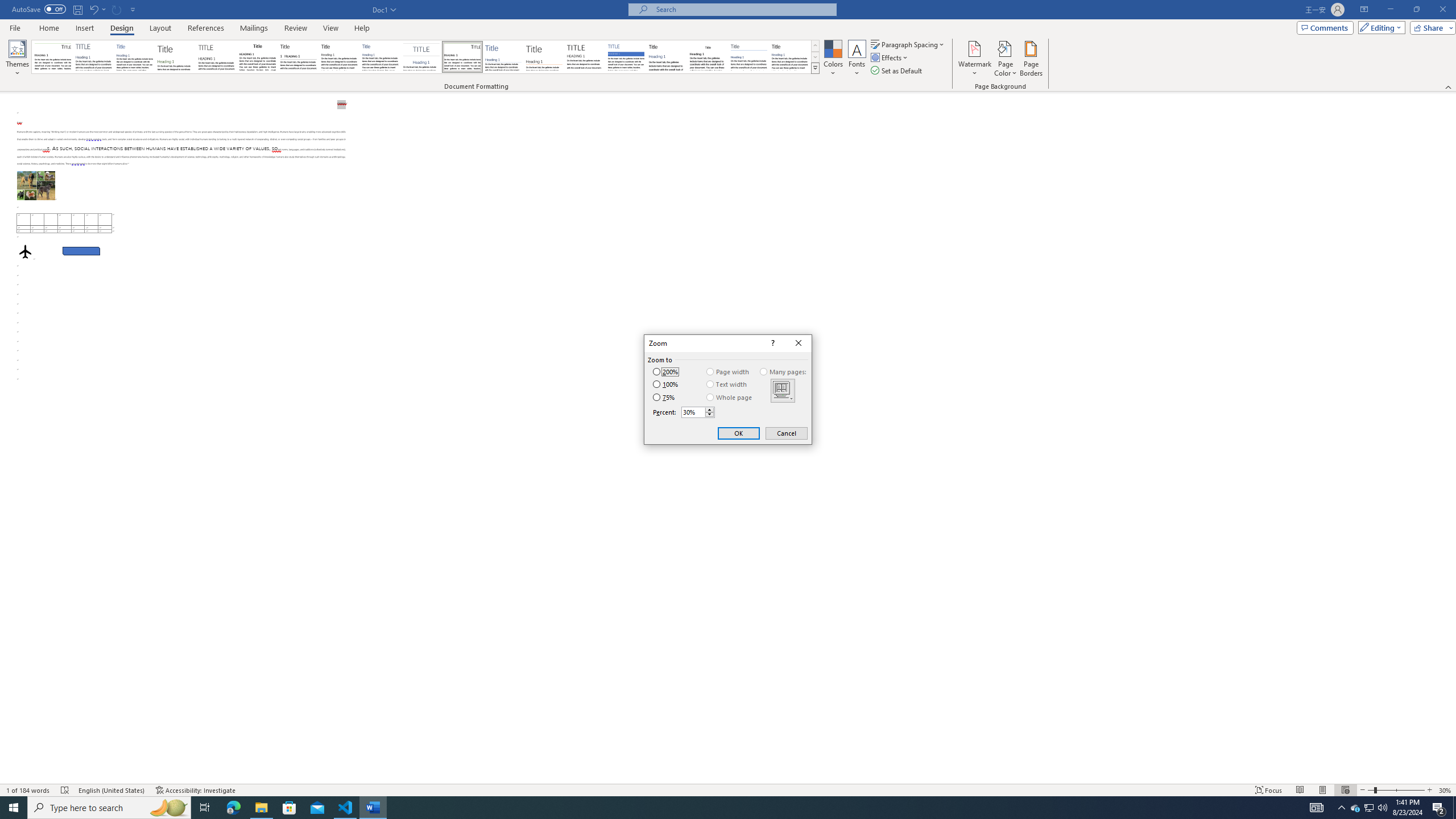  Describe the element at coordinates (666, 56) in the screenshot. I see `'Word'` at that location.